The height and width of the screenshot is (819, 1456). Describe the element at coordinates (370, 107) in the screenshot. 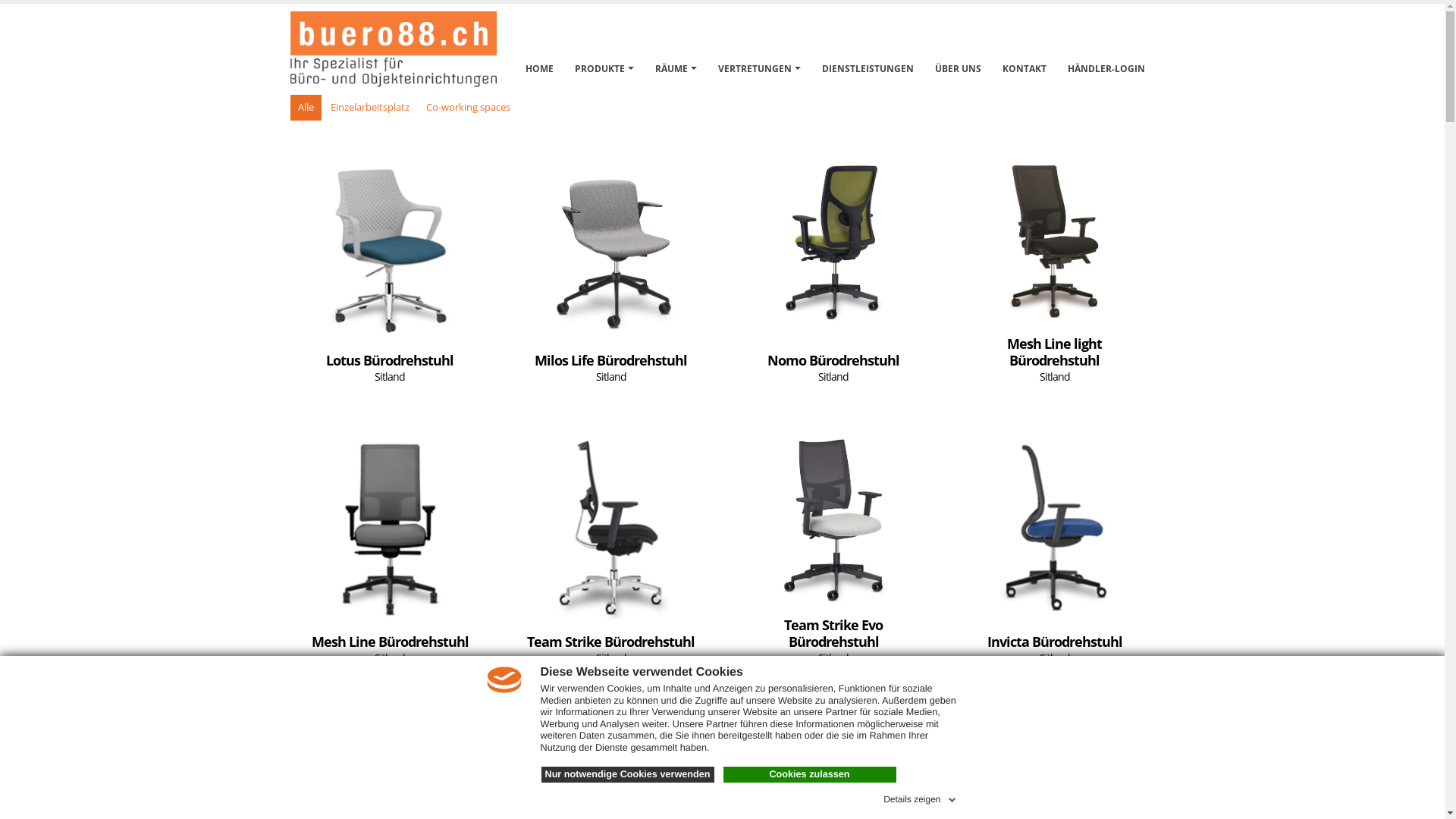

I see `'Einzelarbeitsplatz'` at that location.